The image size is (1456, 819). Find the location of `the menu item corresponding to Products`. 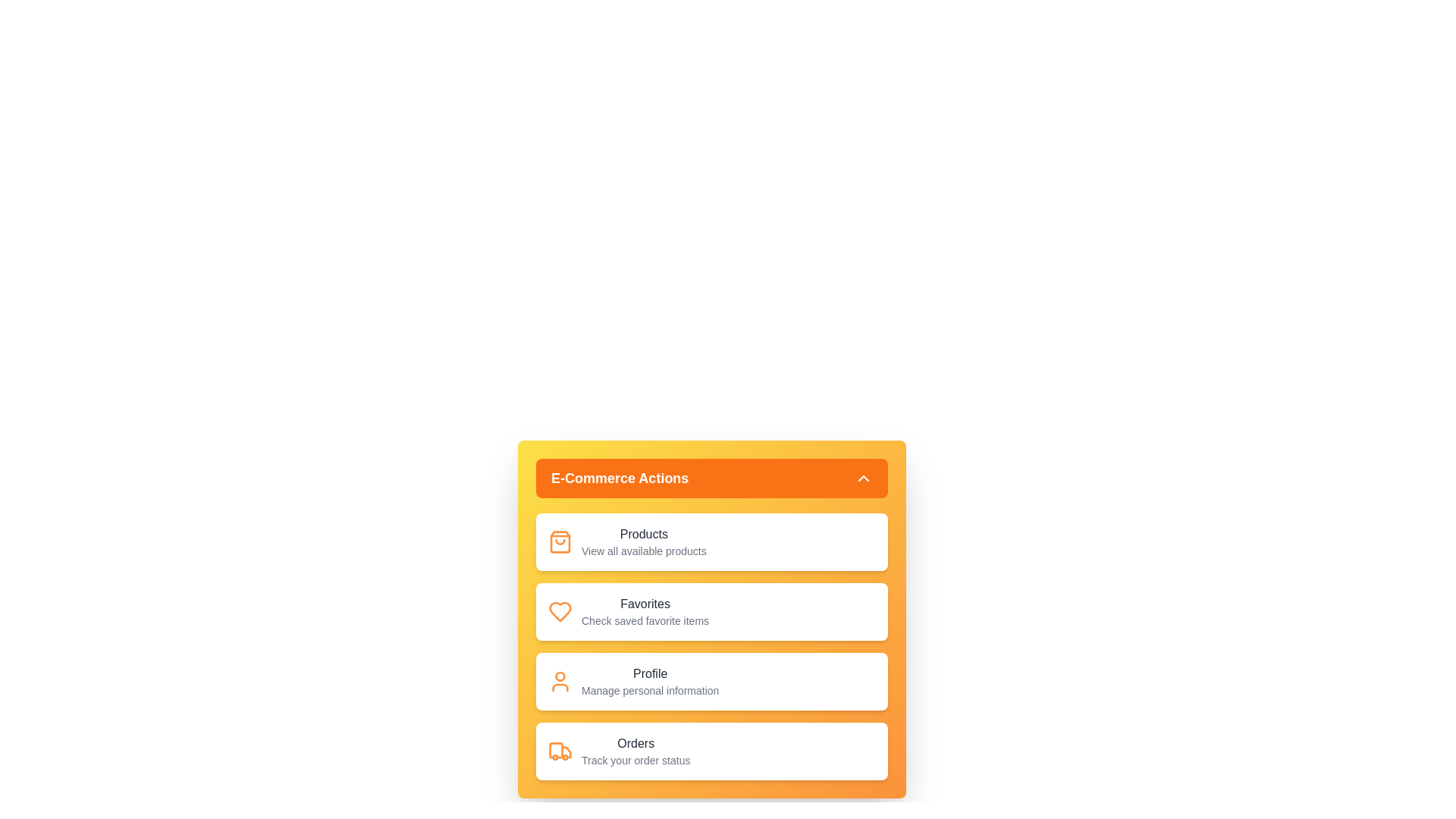

the menu item corresponding to Products is located at coordinates (711, 541).